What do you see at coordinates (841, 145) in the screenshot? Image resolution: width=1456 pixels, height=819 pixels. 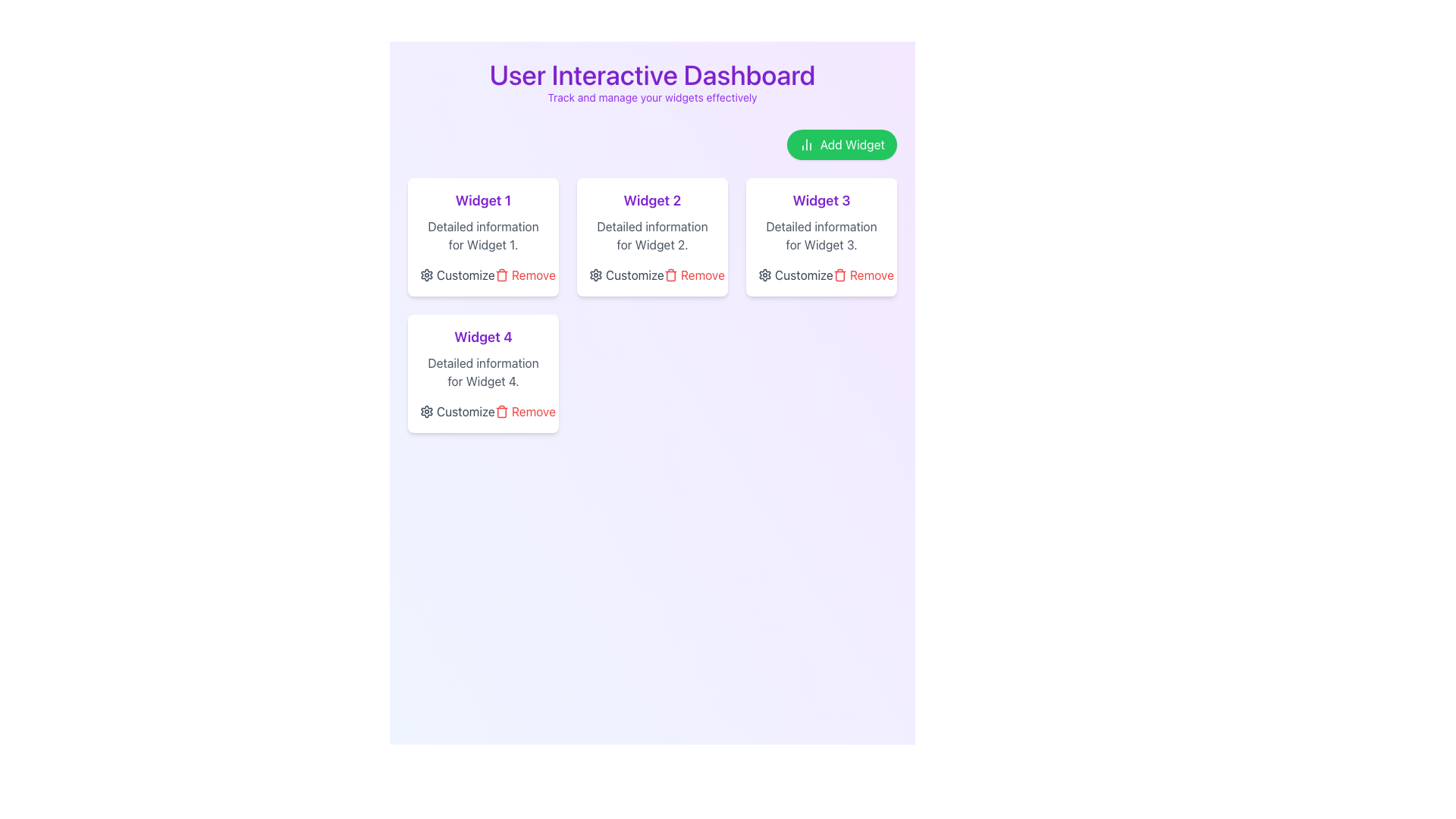 I see `the 'Add Widget' button, which is a rounded rectangular button with a green background and white text, located in the top-right corner of the interface` at bounding box center [841, 145].